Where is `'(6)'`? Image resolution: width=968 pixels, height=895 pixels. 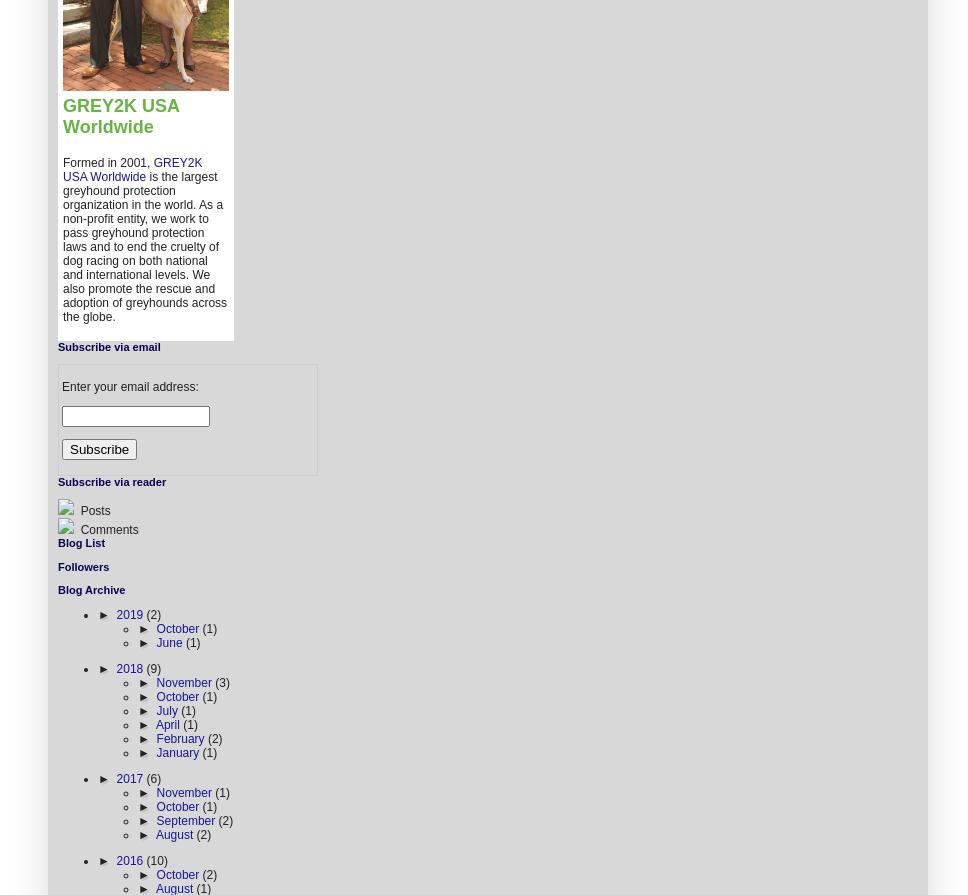
'(6)' is located at coordinates (152, 778).